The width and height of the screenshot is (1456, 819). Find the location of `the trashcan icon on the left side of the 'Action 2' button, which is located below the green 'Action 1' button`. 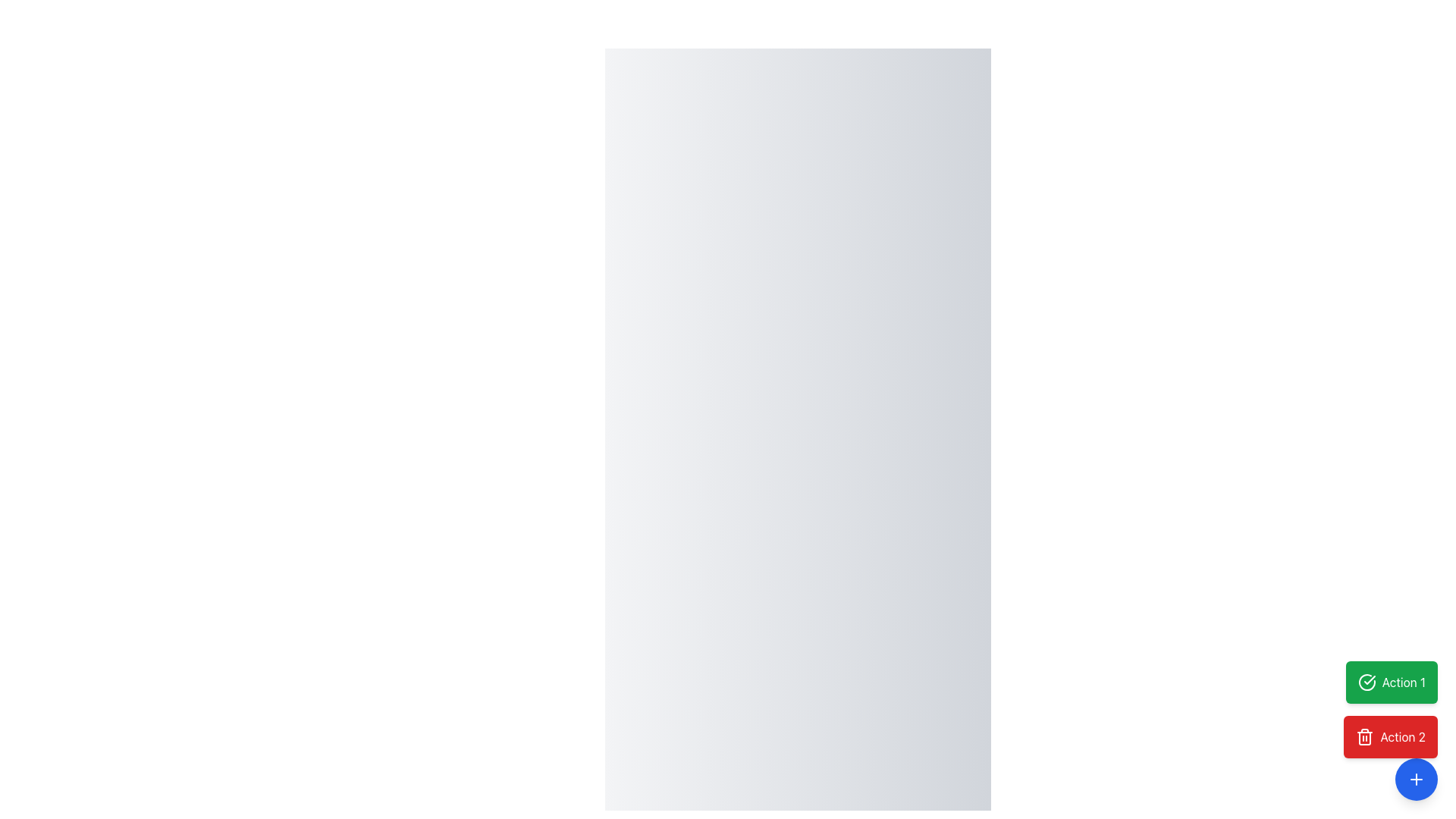

the trashcan icon on the left side of the 'Action 2' button, which is located below the green 'Action 1' button is located at coordinates (1365, 736).